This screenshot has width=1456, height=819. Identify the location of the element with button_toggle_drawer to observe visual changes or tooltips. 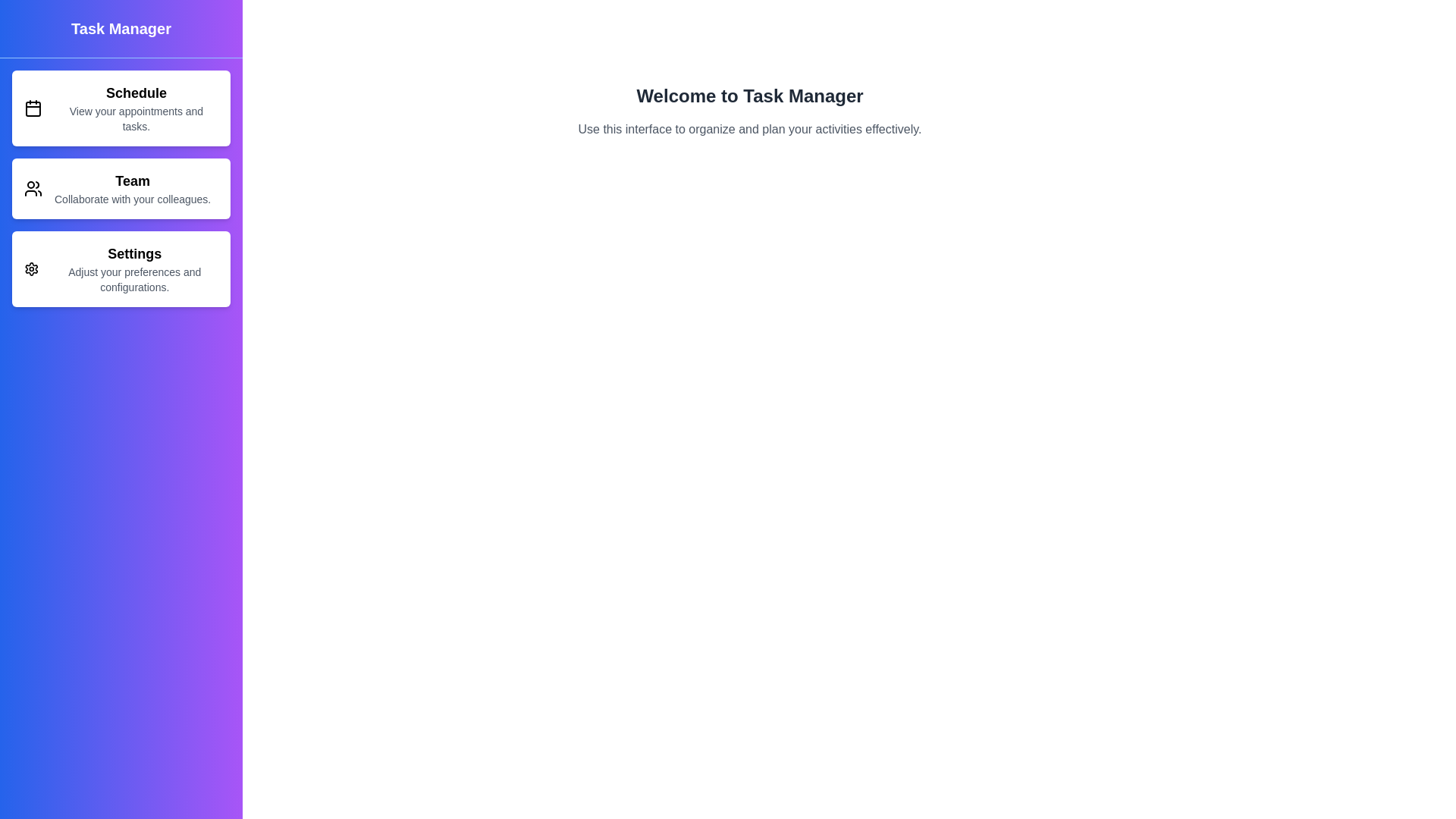
(156, 78).